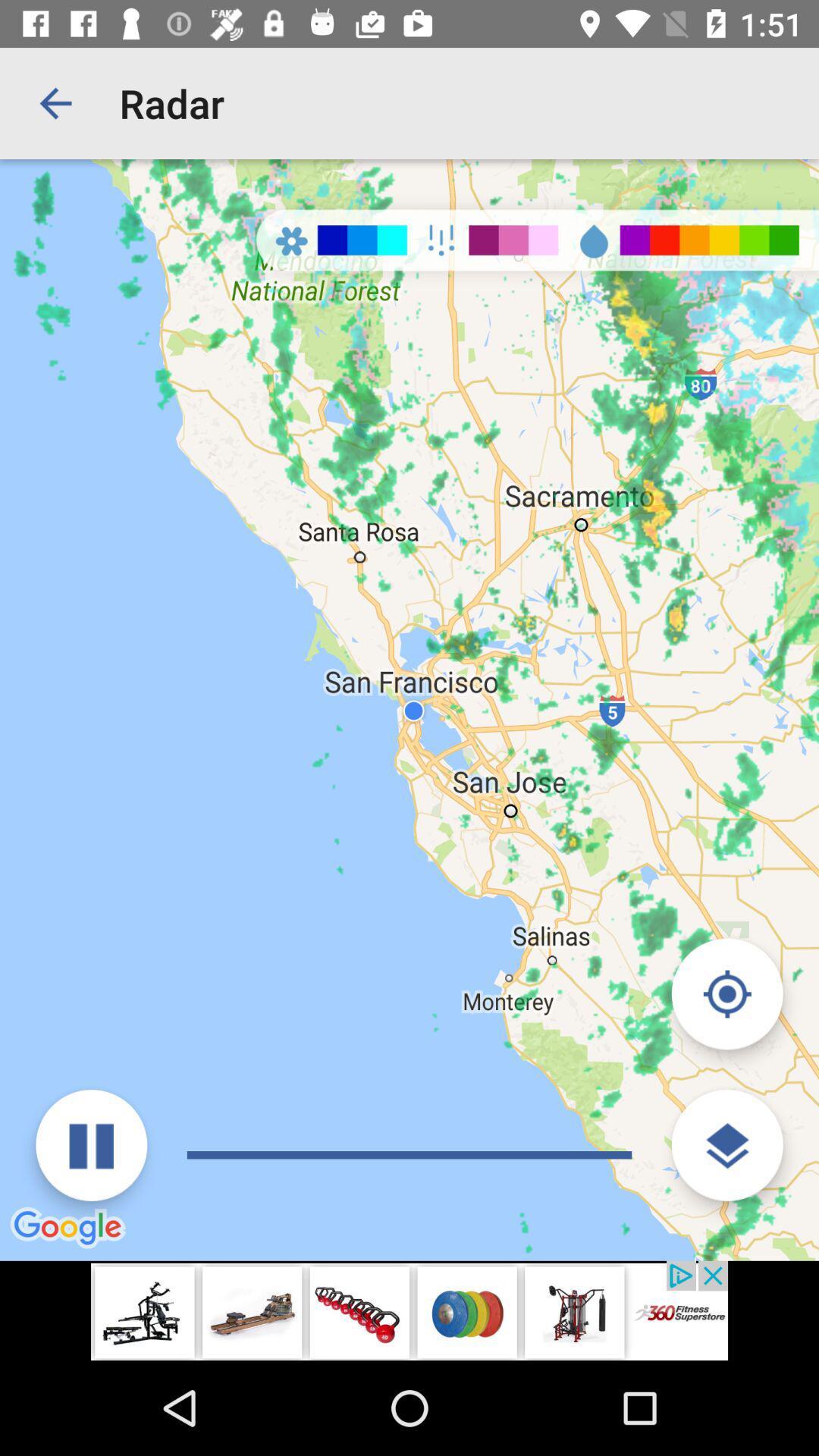 This screenshot has height=1456, width=819. Describe the element at coordinates (409, 1310) in the screenshot. I see `see advertisement` at that location.